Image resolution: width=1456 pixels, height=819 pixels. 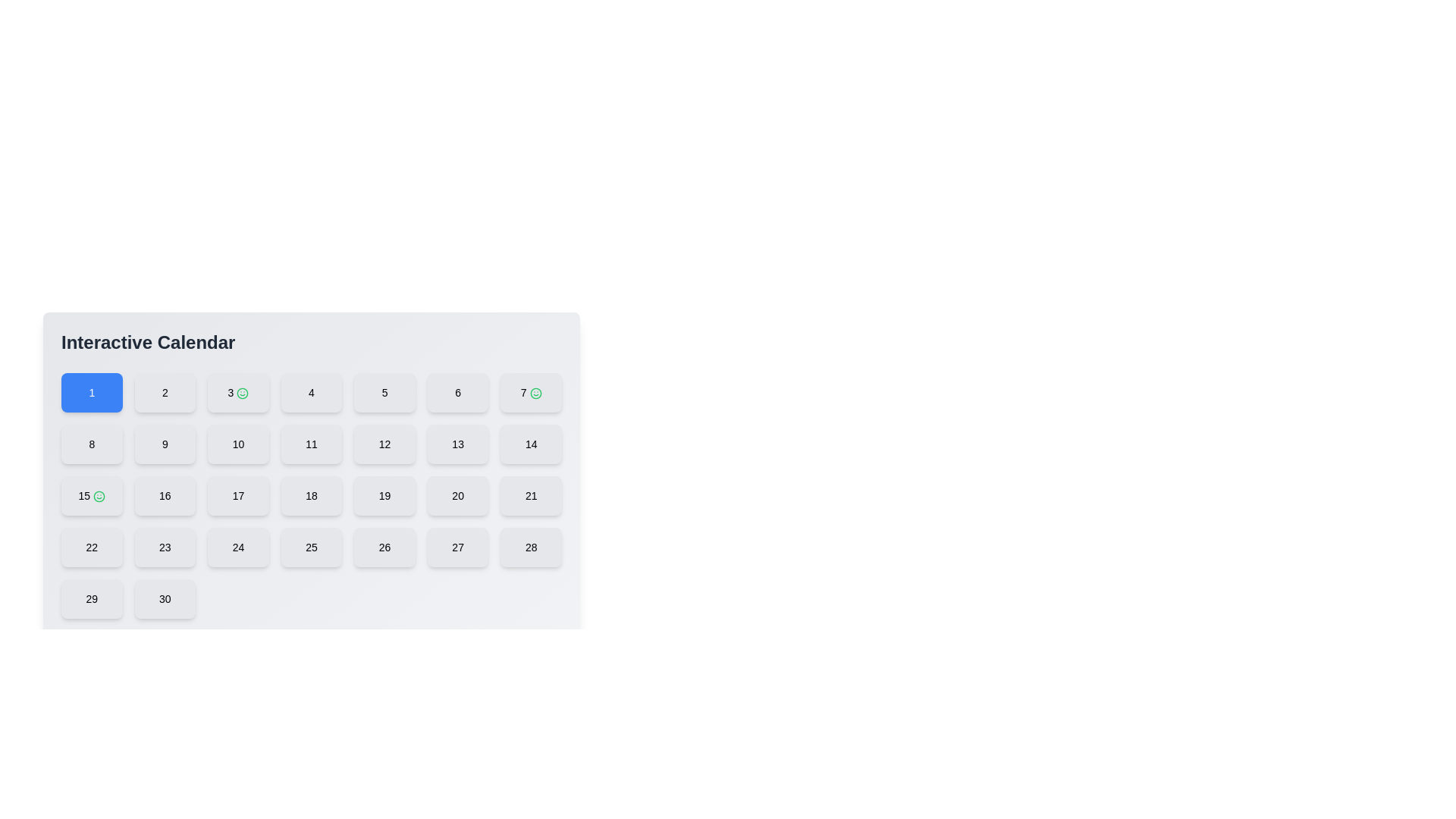 I want to click on the 'Interactive Calendar' static text heading, which is prominently displayed in a bold, large font at the top of the interface against a light gray background, so click(x=148, y=342).